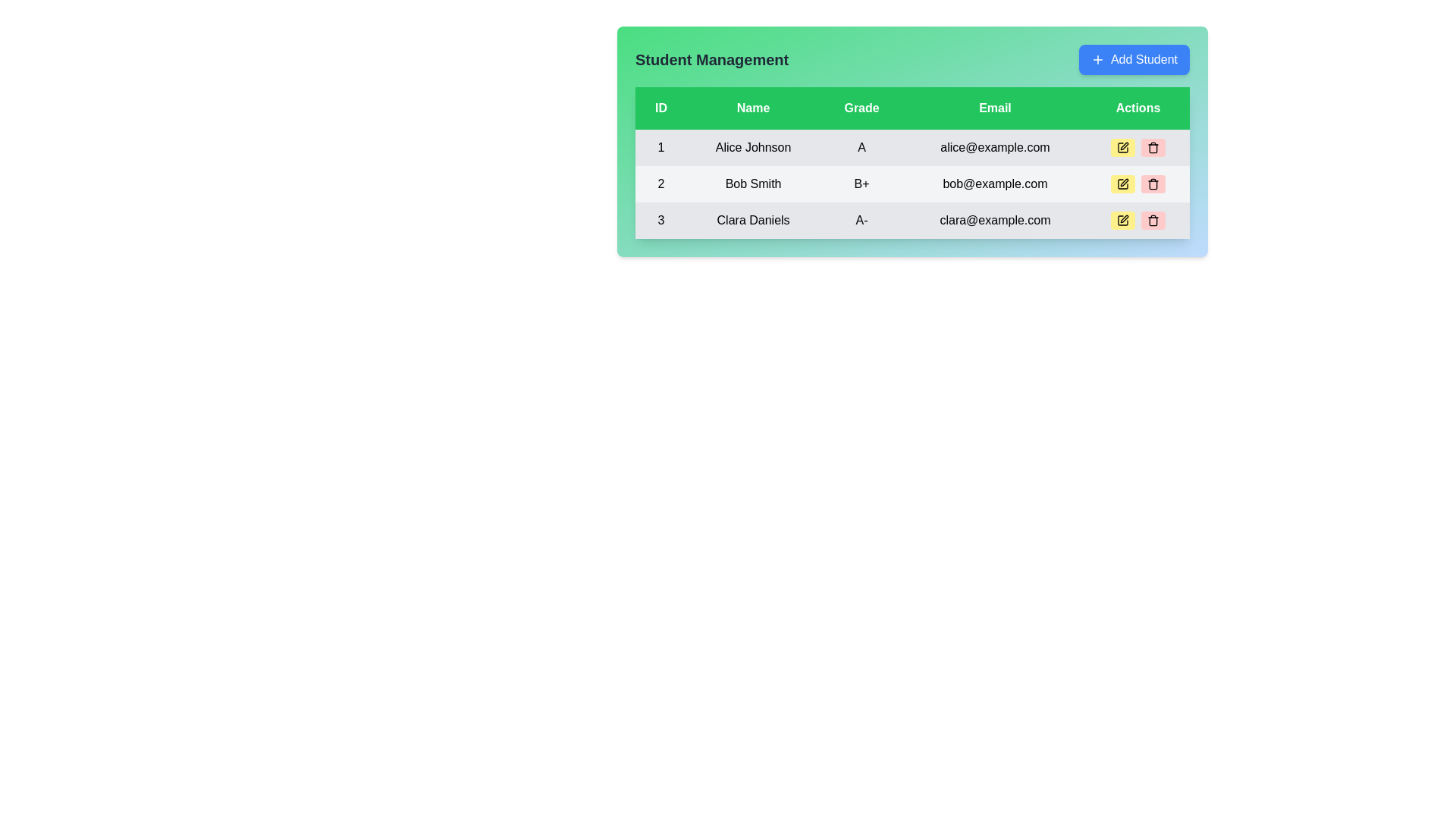 The width and height of the screenshot is (1456, 819). I want to click on the graphical part of the 'edit' icon located in the 'Actions' column of the last row in the table, so click(1122, 220).